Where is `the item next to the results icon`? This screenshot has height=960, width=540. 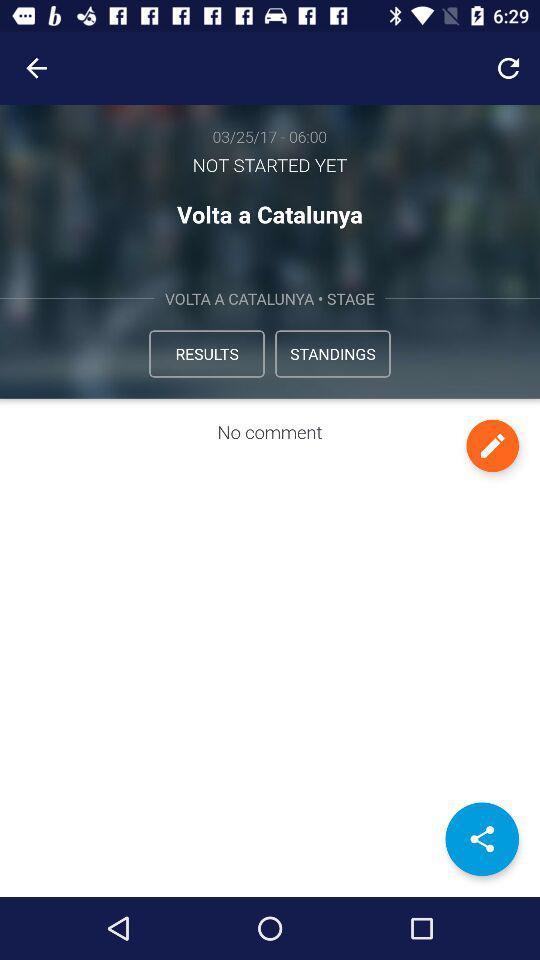 the item next to the results icon is located at coordinates (333, 353).